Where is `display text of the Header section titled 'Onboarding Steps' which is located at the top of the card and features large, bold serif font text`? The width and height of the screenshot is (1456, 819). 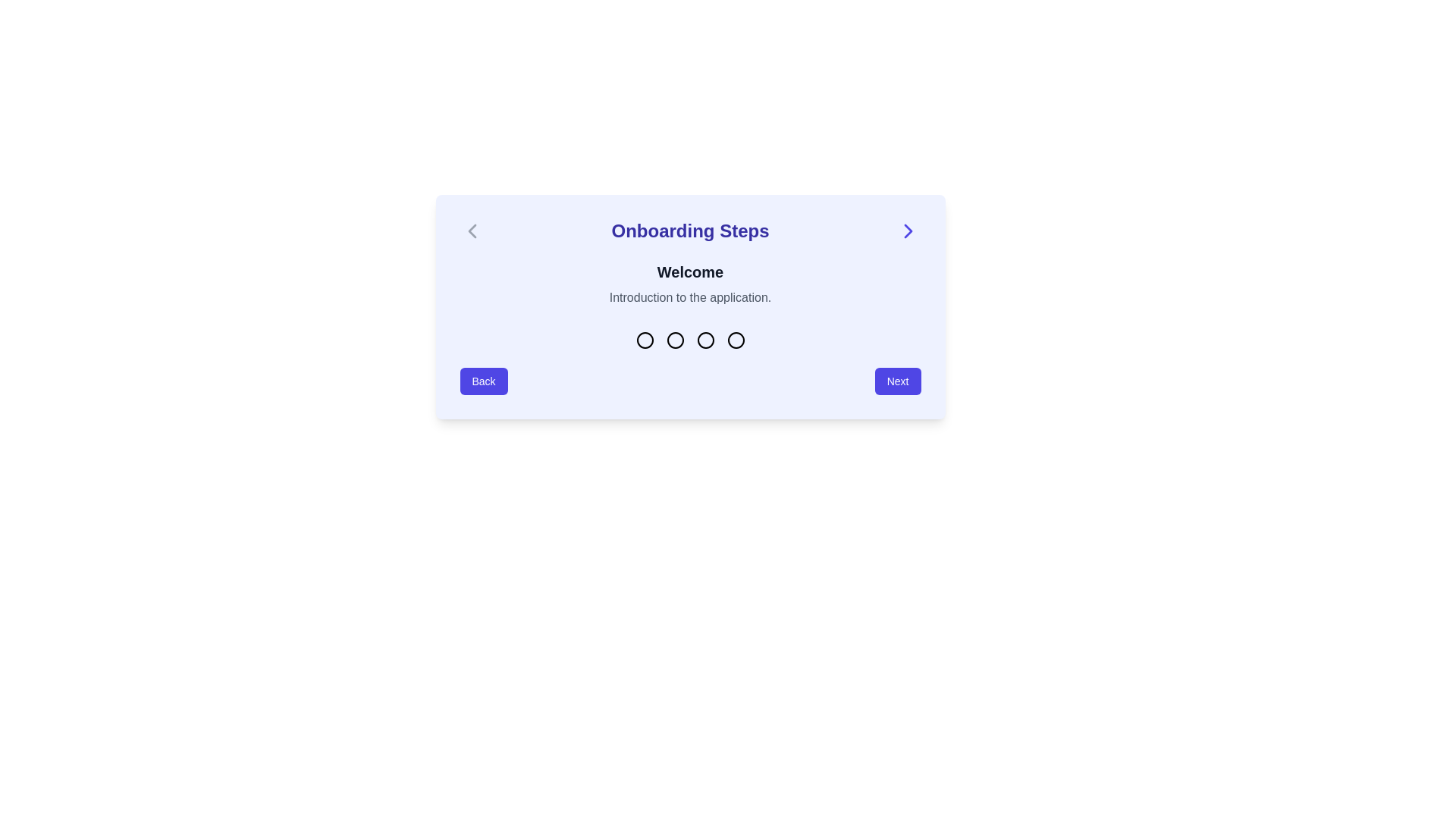
display text of the Header section titled 'Onboarding Steps' which is located at the top of the card and features large, bold serif font text is located at coordinates (689, 231).